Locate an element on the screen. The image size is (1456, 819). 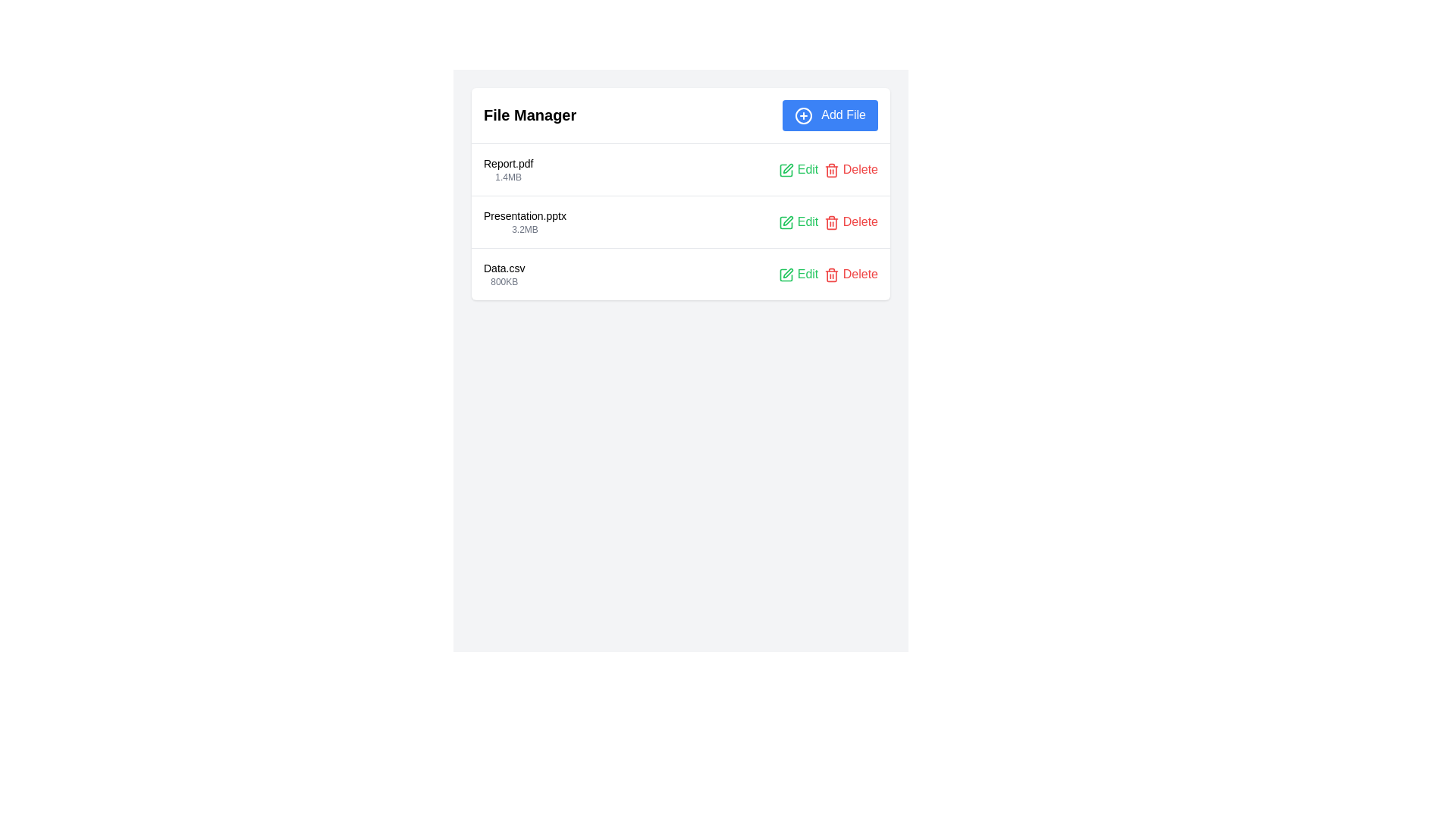
the edit icon for the file 'Data.csv' is located at coordinates (786, 275).